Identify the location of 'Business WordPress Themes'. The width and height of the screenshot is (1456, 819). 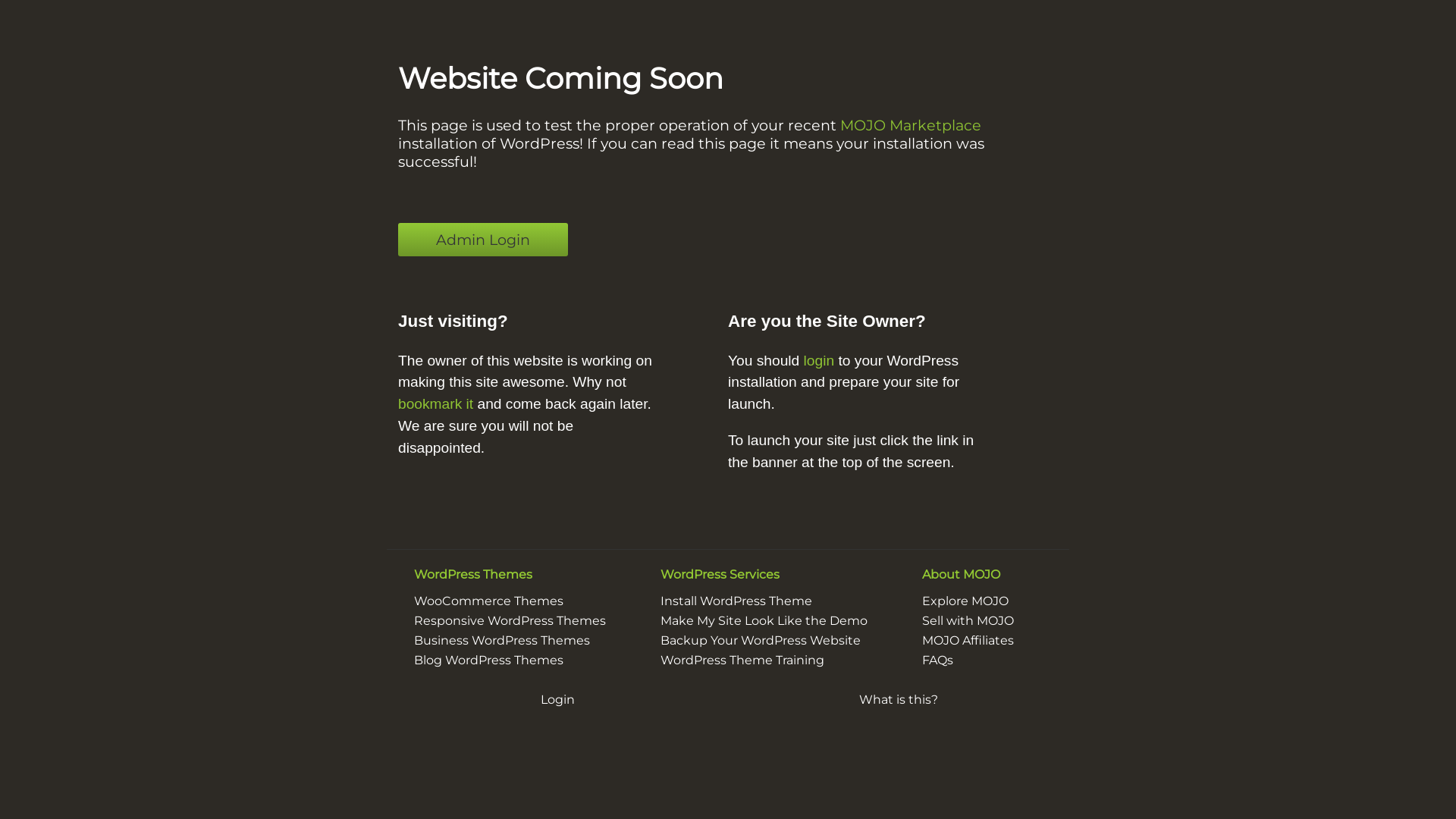
(502, 640).